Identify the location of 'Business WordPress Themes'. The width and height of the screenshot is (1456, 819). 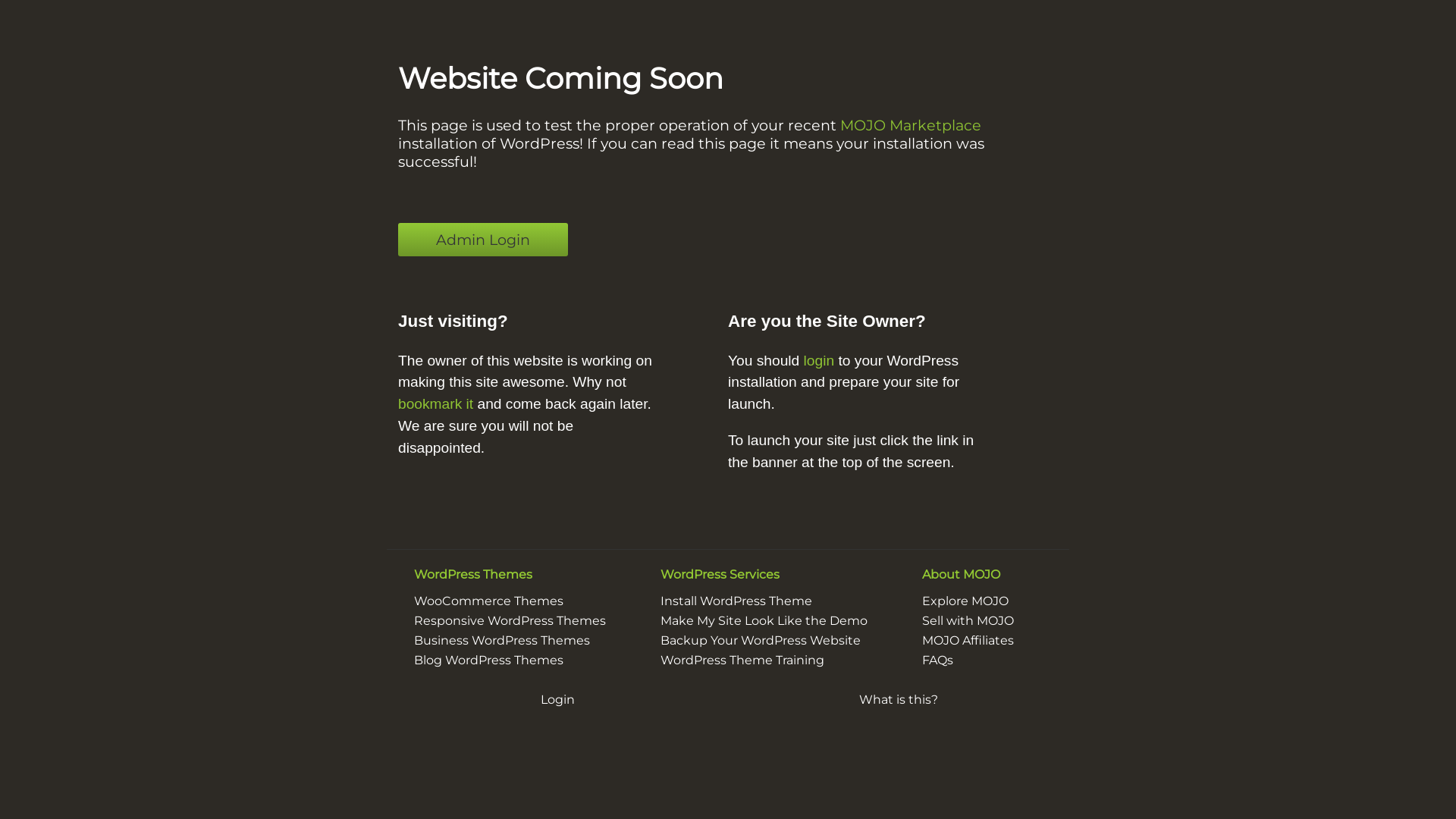
(502, 640).